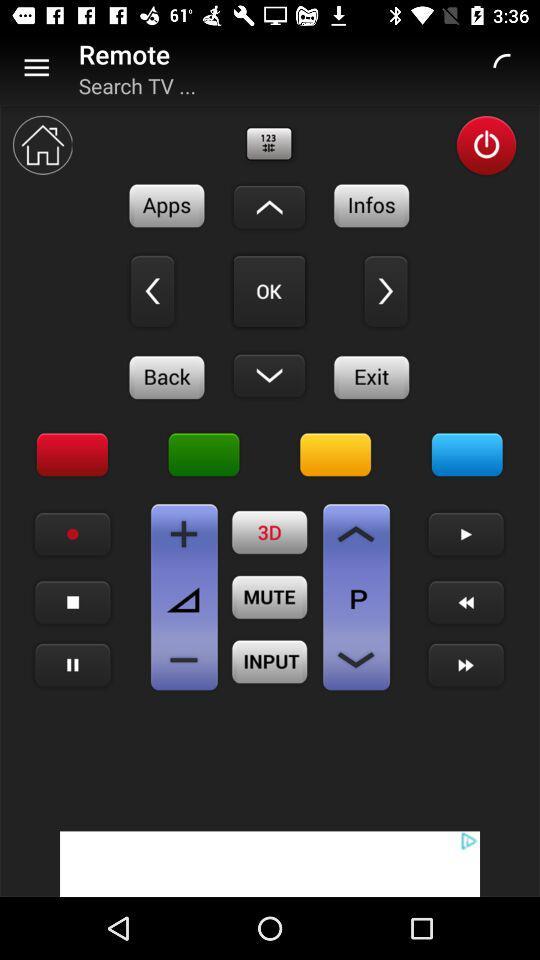 The width and height of the screenshot is (540, 960). Describe the element at coordinates (151, 290) in the screenshot. I see `the arrow_backward icon` at that location.